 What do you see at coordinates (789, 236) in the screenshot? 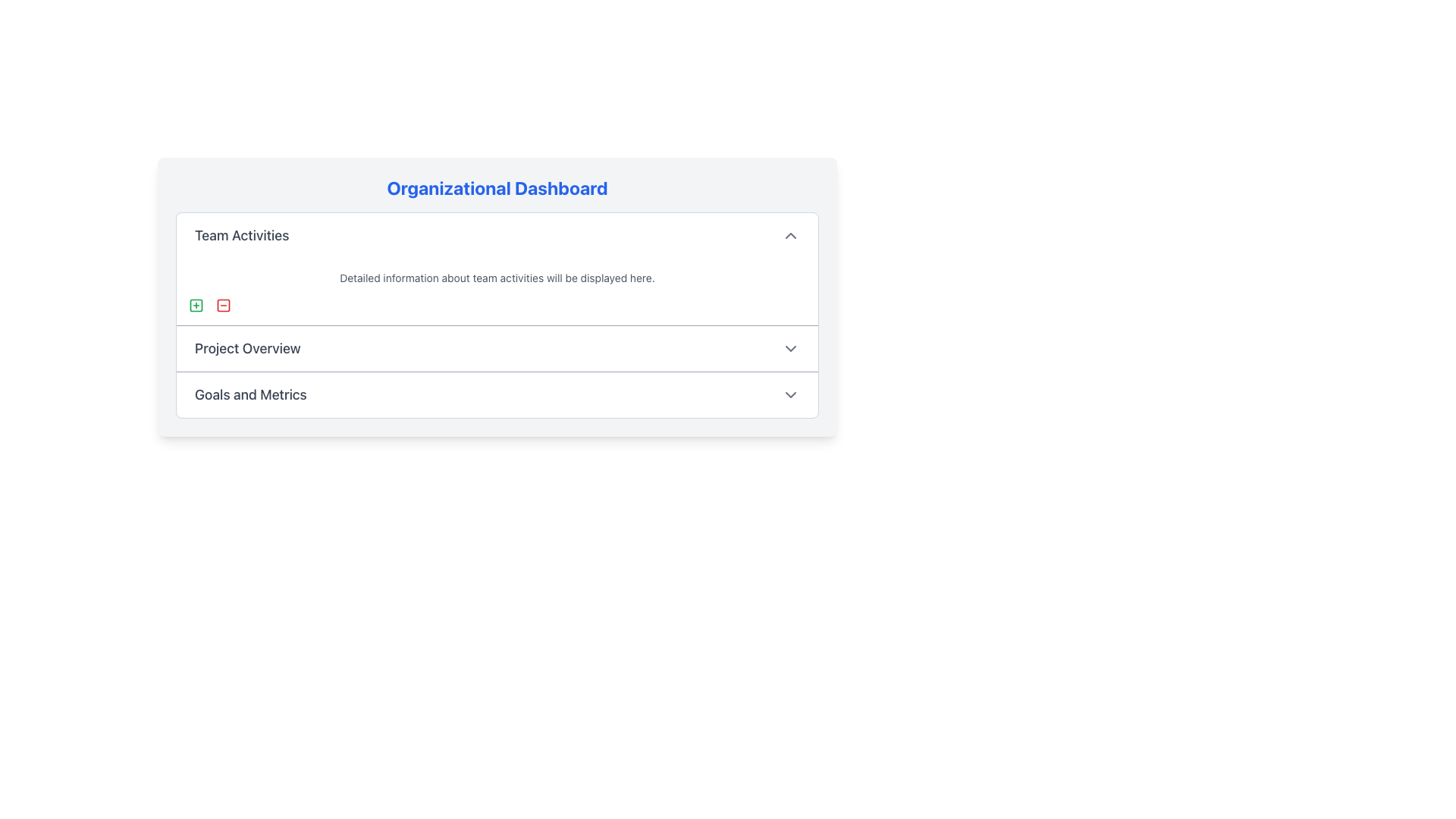
I see `the toggle icon button located to the far right of the 'Team Activities' header` at bounding box center [789, 236].